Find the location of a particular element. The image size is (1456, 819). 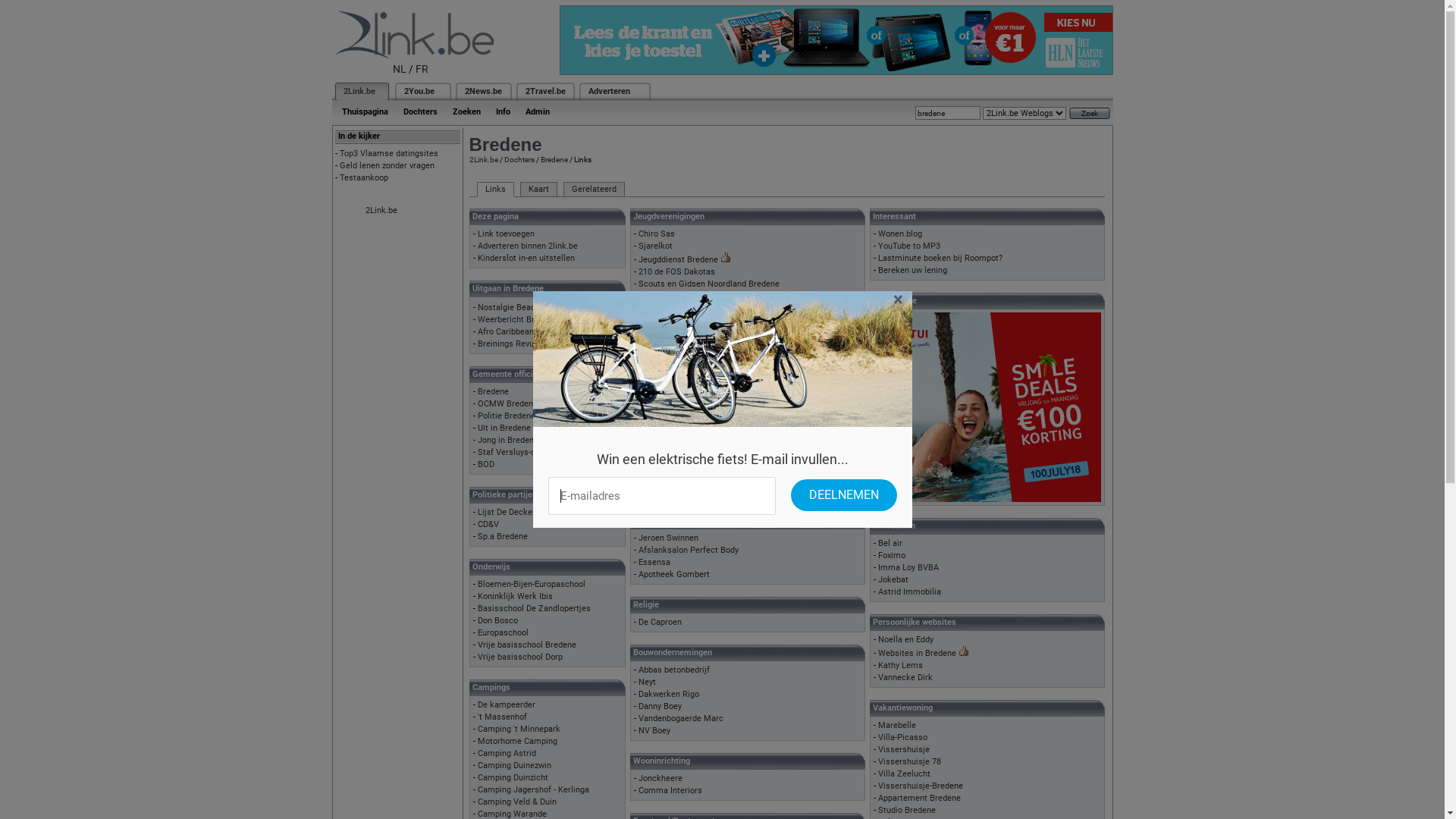

'FR' is located at coordinates (422, 69).